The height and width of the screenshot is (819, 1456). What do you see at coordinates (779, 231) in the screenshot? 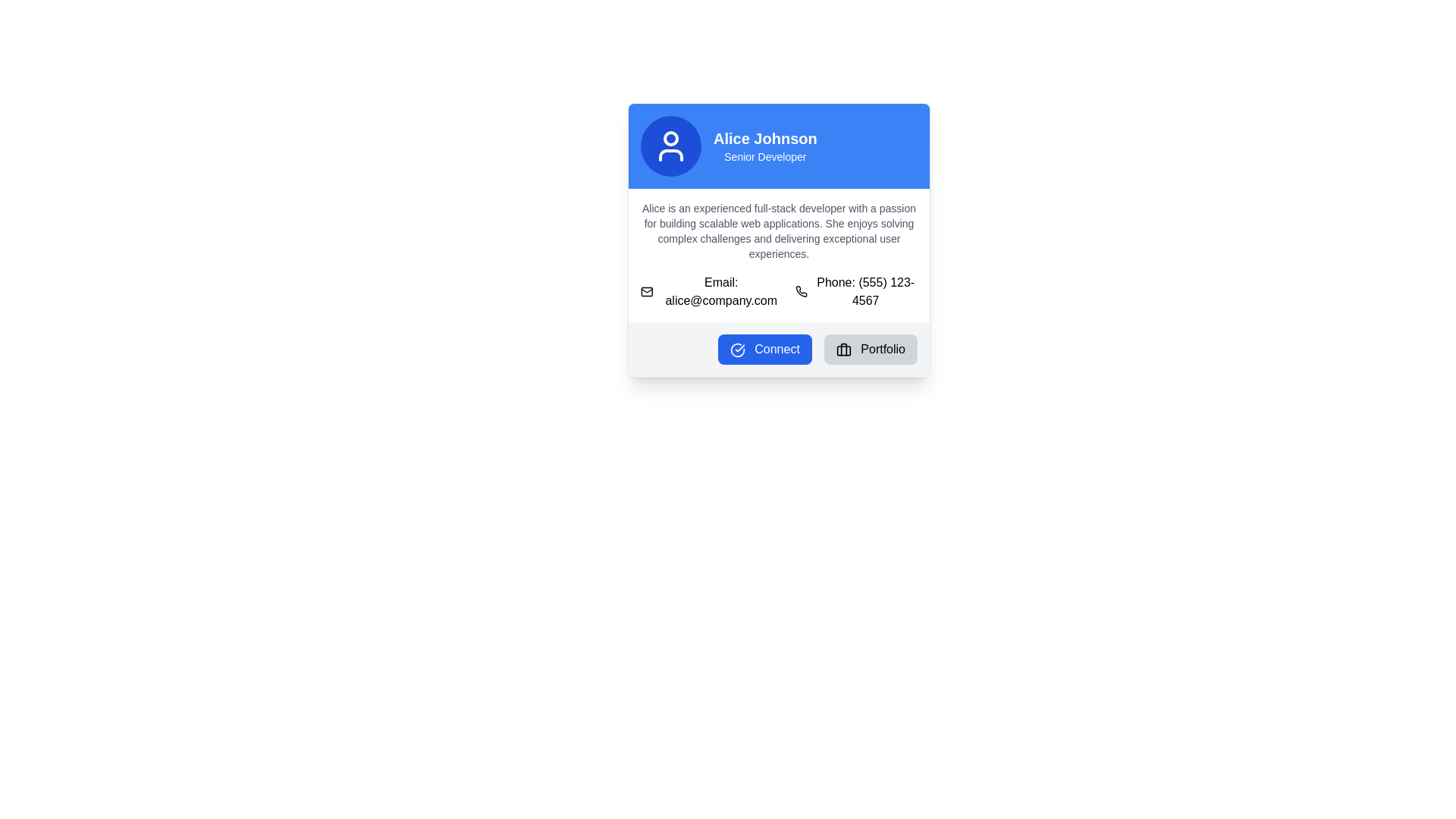
I see `the descriptive text about the user's skills and professional background by clicking on it` at bounding box center [779, 231].